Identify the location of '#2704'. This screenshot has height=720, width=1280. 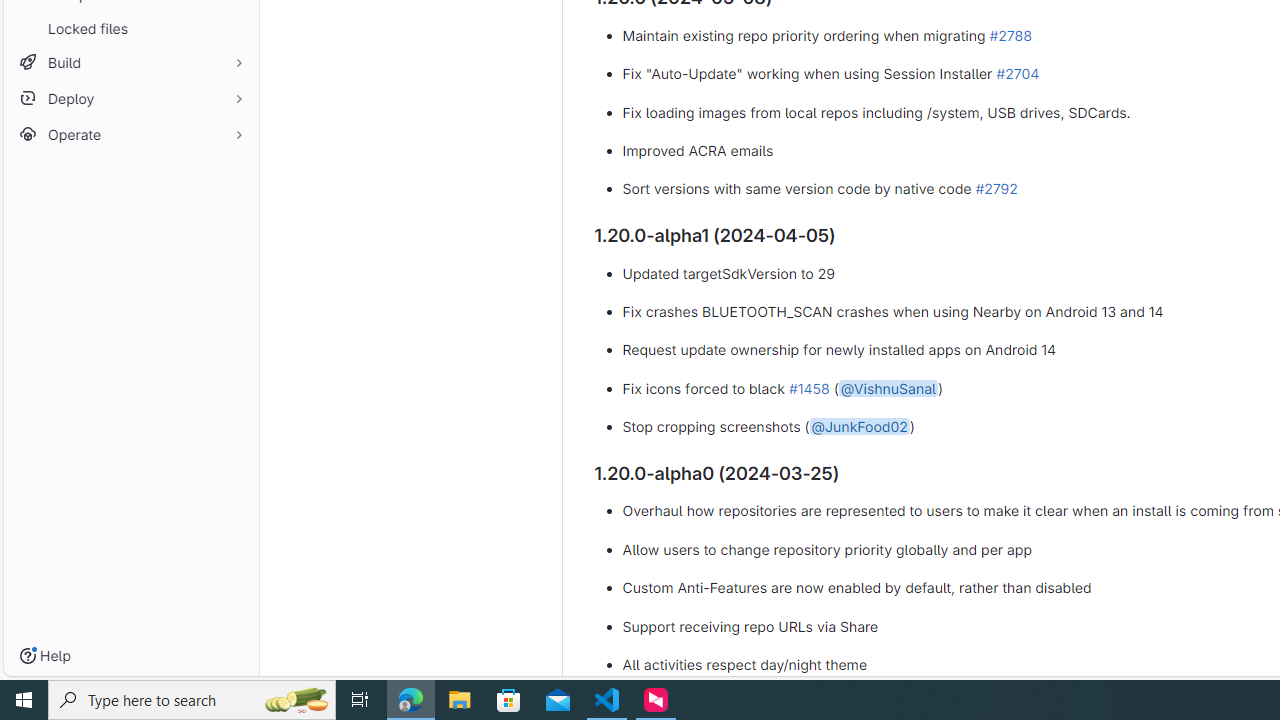
(1017, 72).